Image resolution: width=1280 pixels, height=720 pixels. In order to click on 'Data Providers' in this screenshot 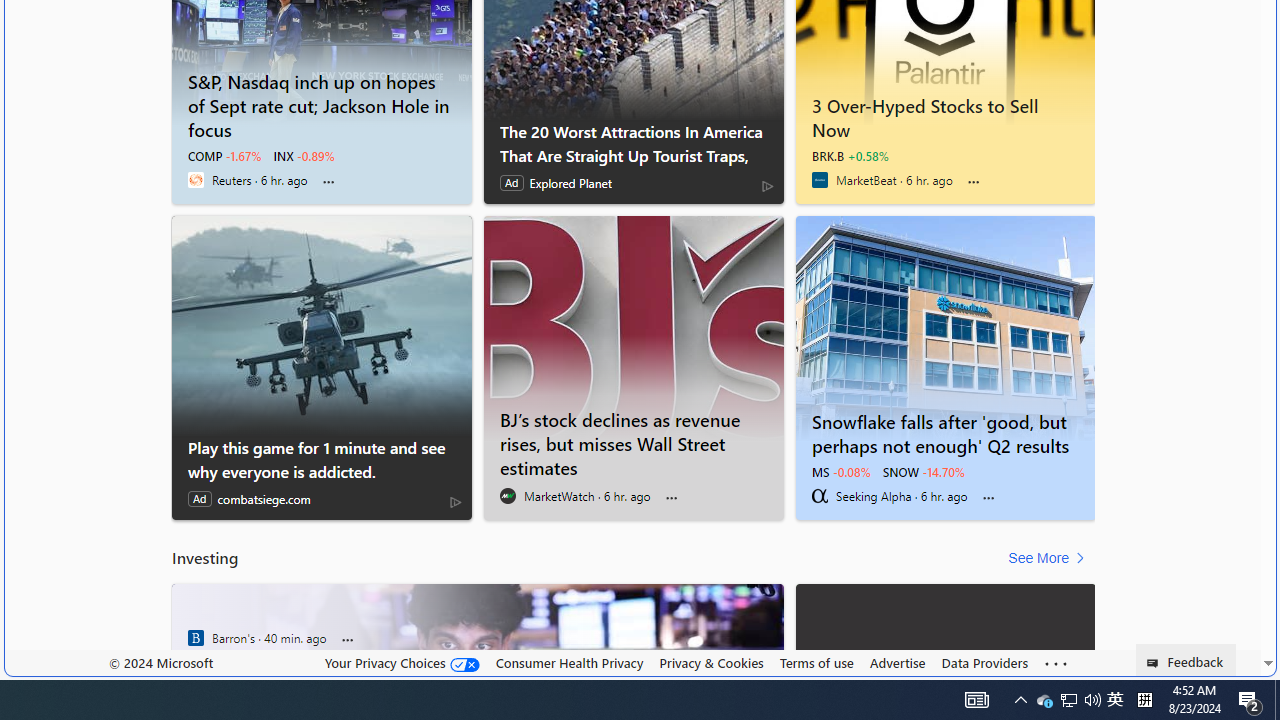, I will do `click(984, 663)`.